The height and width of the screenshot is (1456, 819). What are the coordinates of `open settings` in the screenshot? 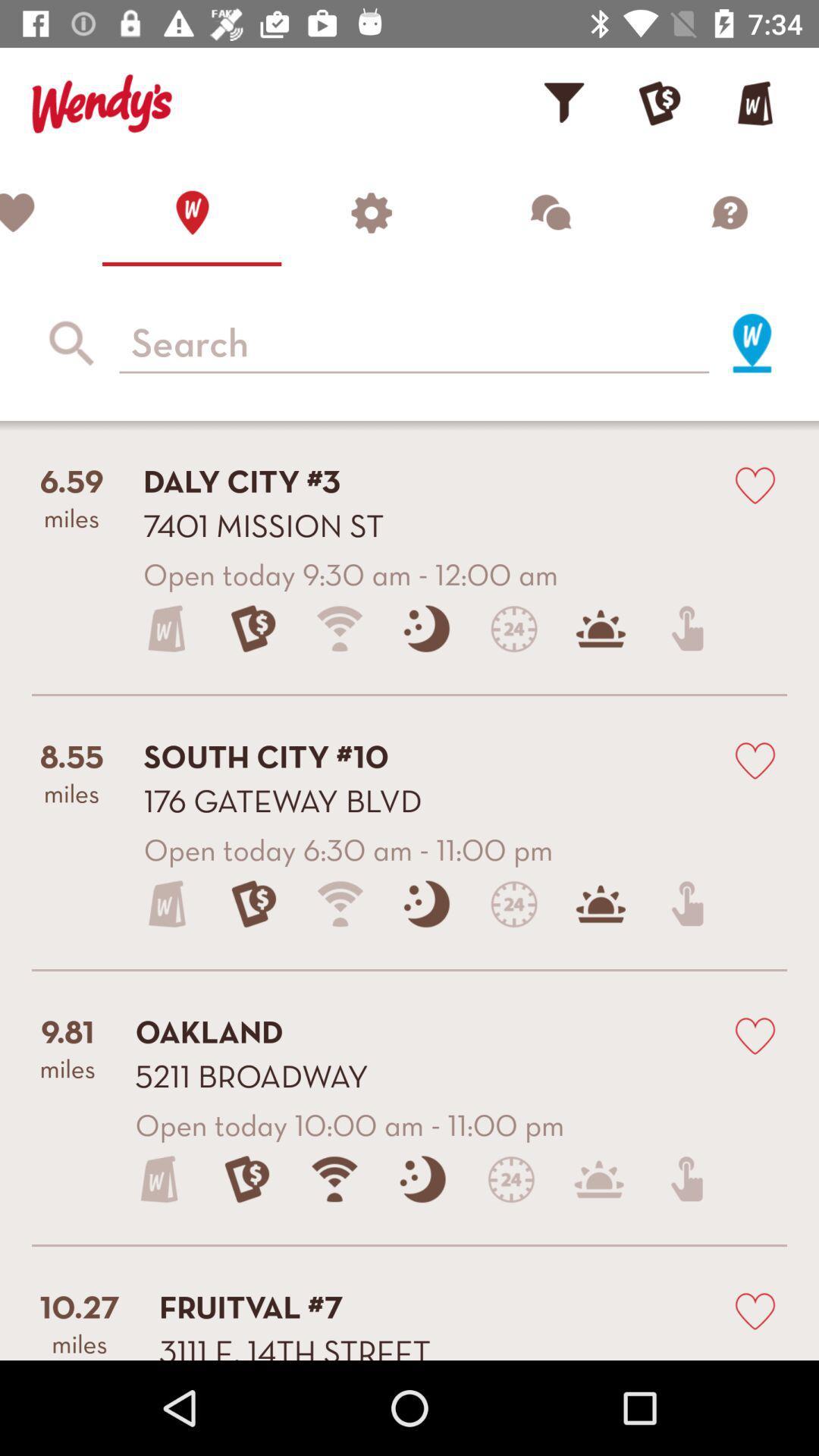 It's located at (371, 212).